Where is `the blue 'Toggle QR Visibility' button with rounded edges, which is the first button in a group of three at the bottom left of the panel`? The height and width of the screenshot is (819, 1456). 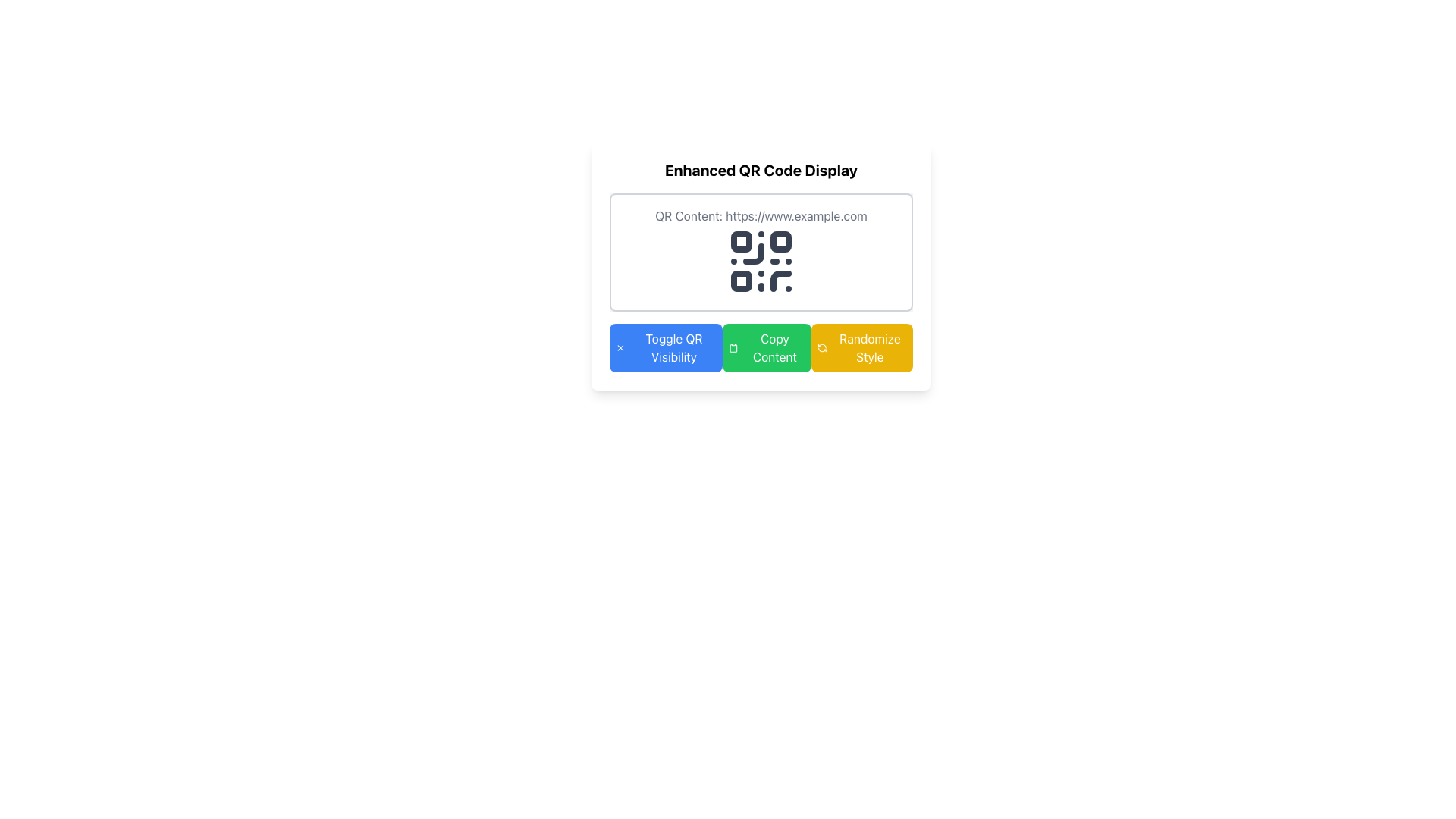 the blue 'Toggle QR Visibility' button with rounded edges, which is the first button in a group of three at the bottom left of the panel is located at coordinates (666, 348).